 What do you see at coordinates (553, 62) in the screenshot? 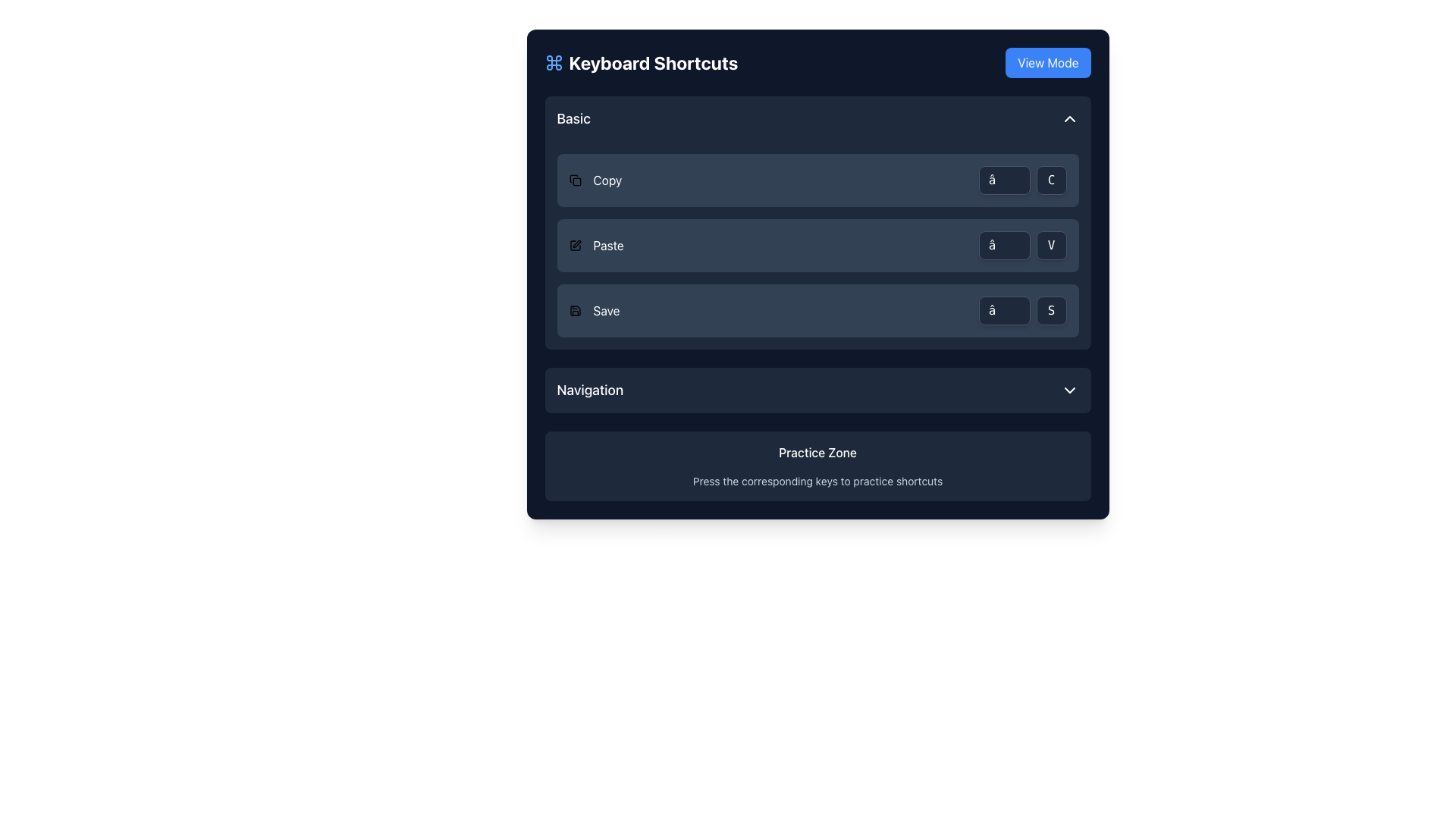
I see `the blue command-shaped icon located to the left of the 'Keyboard Shortcuts' text in the header section of the interface` at bounding box center [553, 62].